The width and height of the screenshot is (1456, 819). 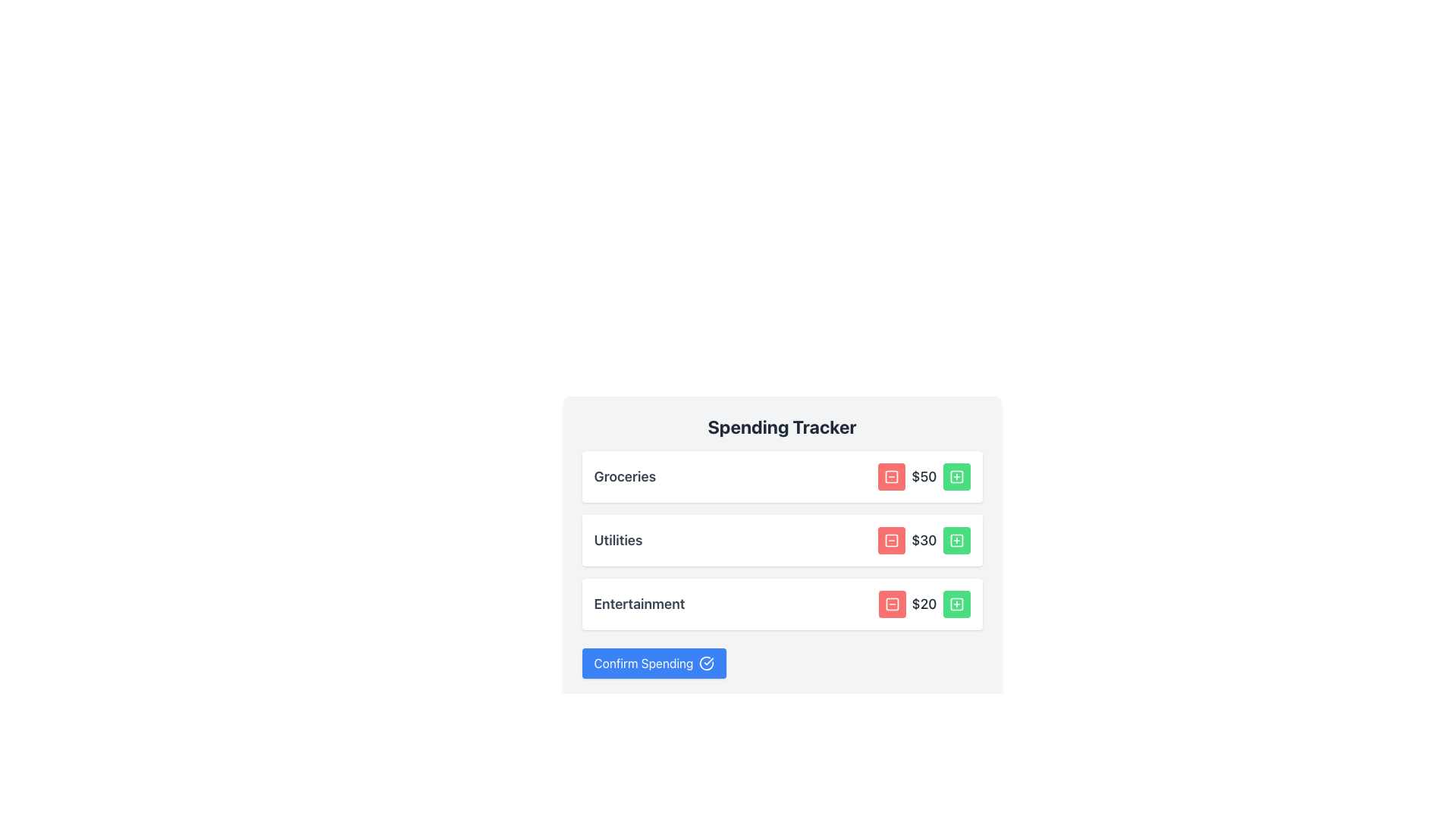 I want to click on the third entry in the 'Spending Tracker' list, categorized under 'Entertainment', so click(x=782, y=604).